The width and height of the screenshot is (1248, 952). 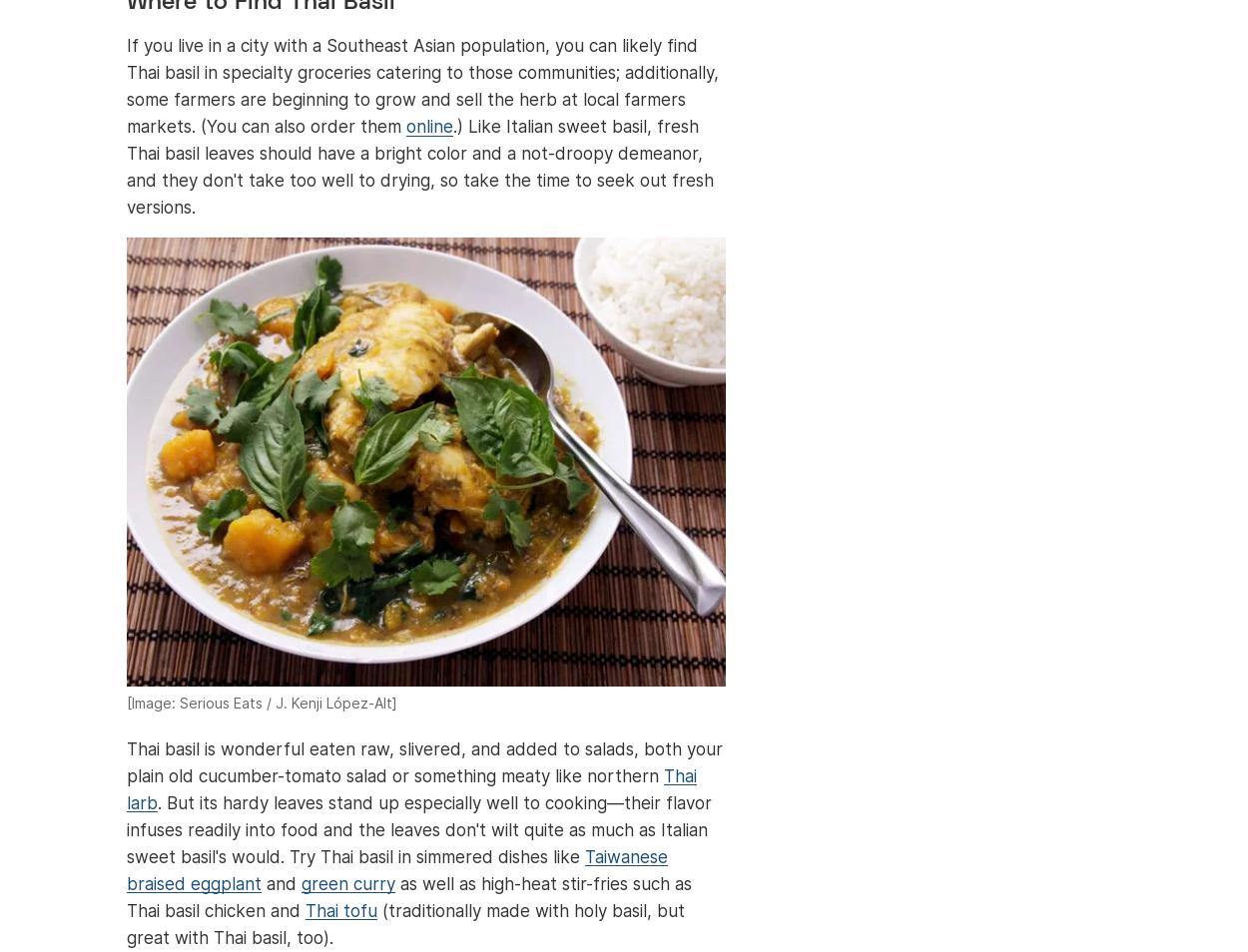 What do you see at coordinates (127, 829) in the screenshot?
I see `'. But its hardy leaves stand up especially well to cooking—their flavor infuses readily into food and the leaves don't wilt quite as much as Italian sweet basil's would. Try Thai basil in simmered dishes like'` at bounding box center [127, 829].